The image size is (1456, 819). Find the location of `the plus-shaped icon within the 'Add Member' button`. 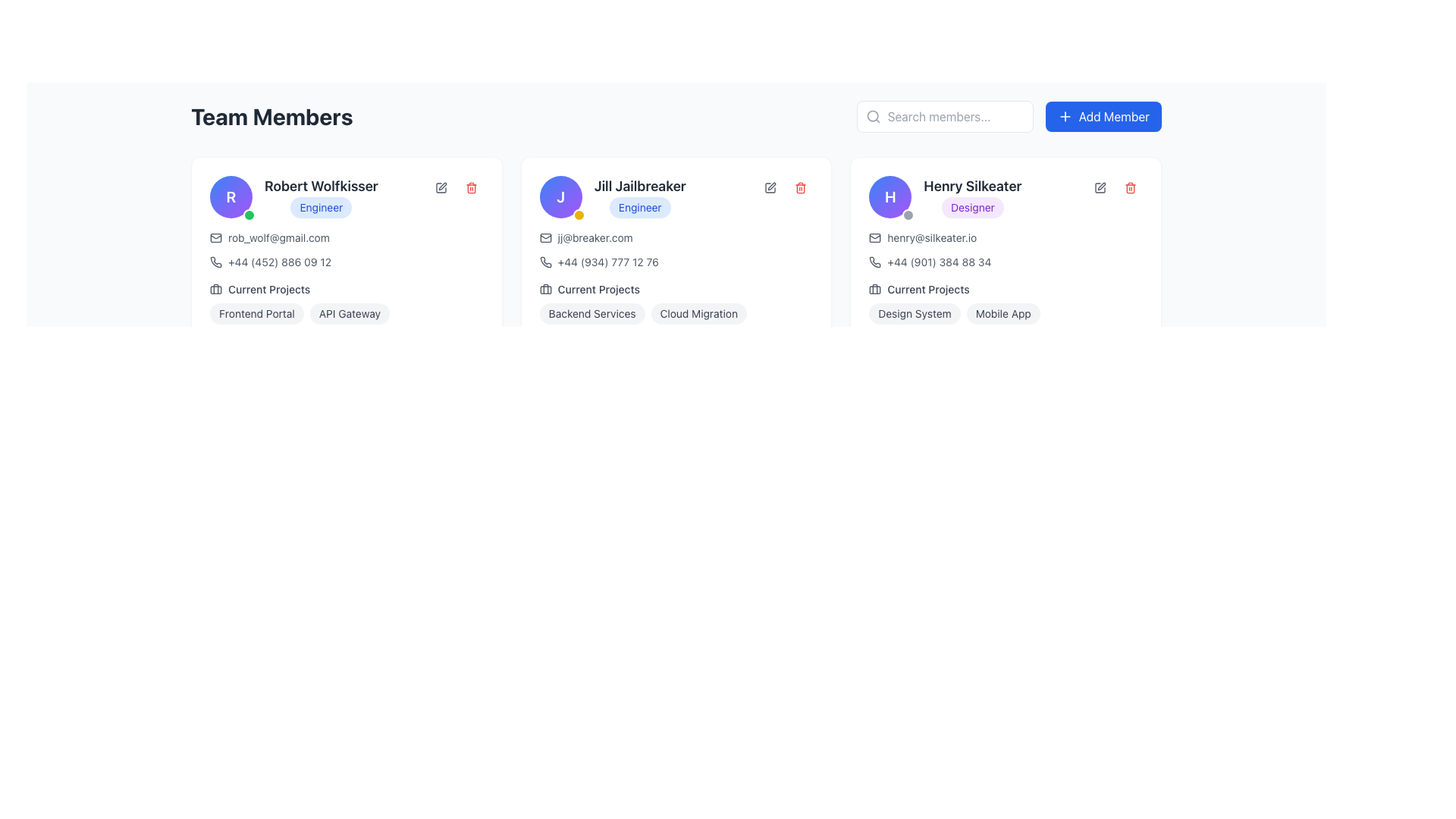

the plus-shaped icon within the 'Add Member' button is located at coordinates (1064, 116).